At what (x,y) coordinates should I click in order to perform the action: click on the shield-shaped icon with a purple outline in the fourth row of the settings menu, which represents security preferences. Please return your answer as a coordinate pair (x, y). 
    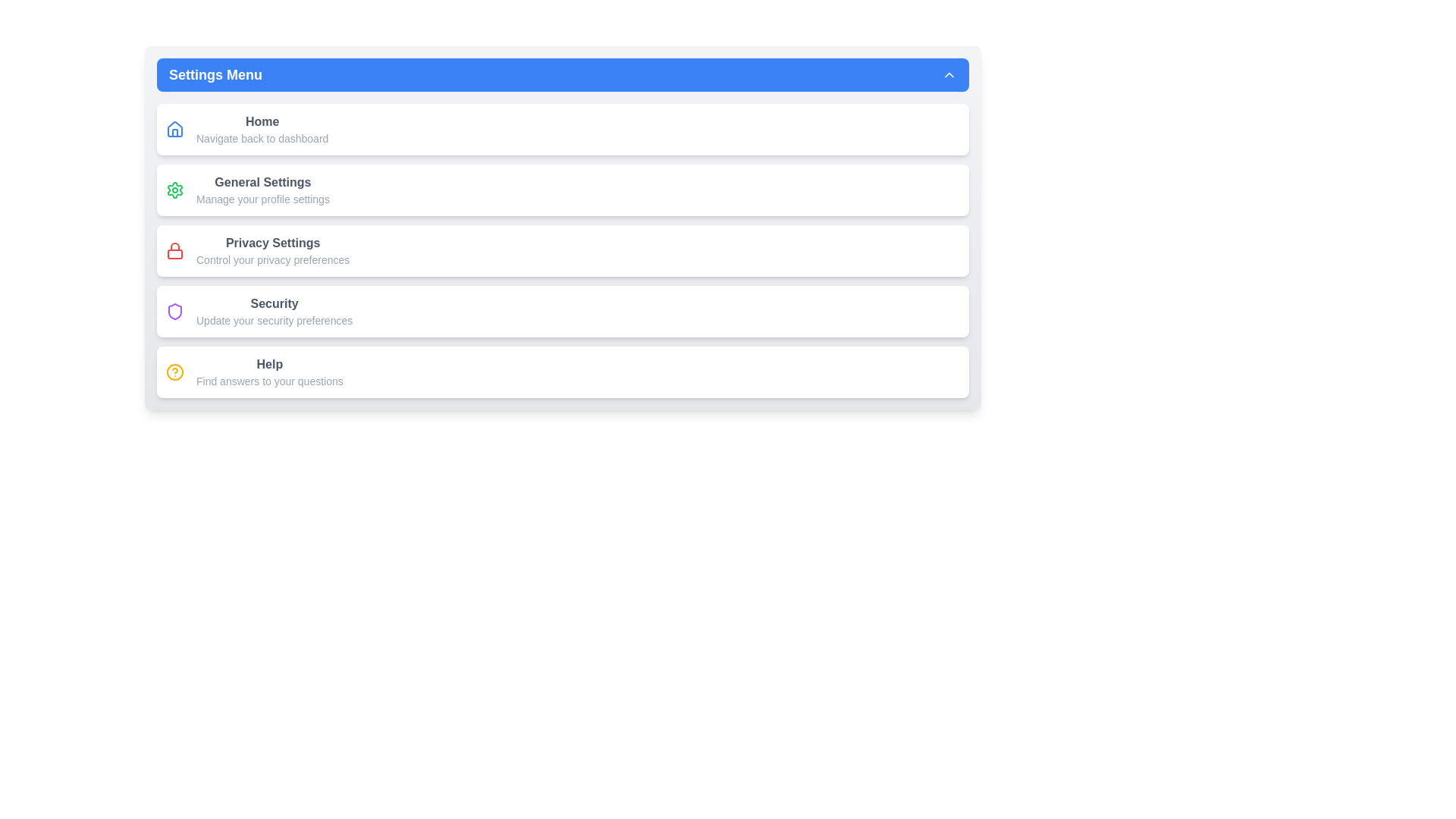
    Looking at the image, I should click on (174, 311).